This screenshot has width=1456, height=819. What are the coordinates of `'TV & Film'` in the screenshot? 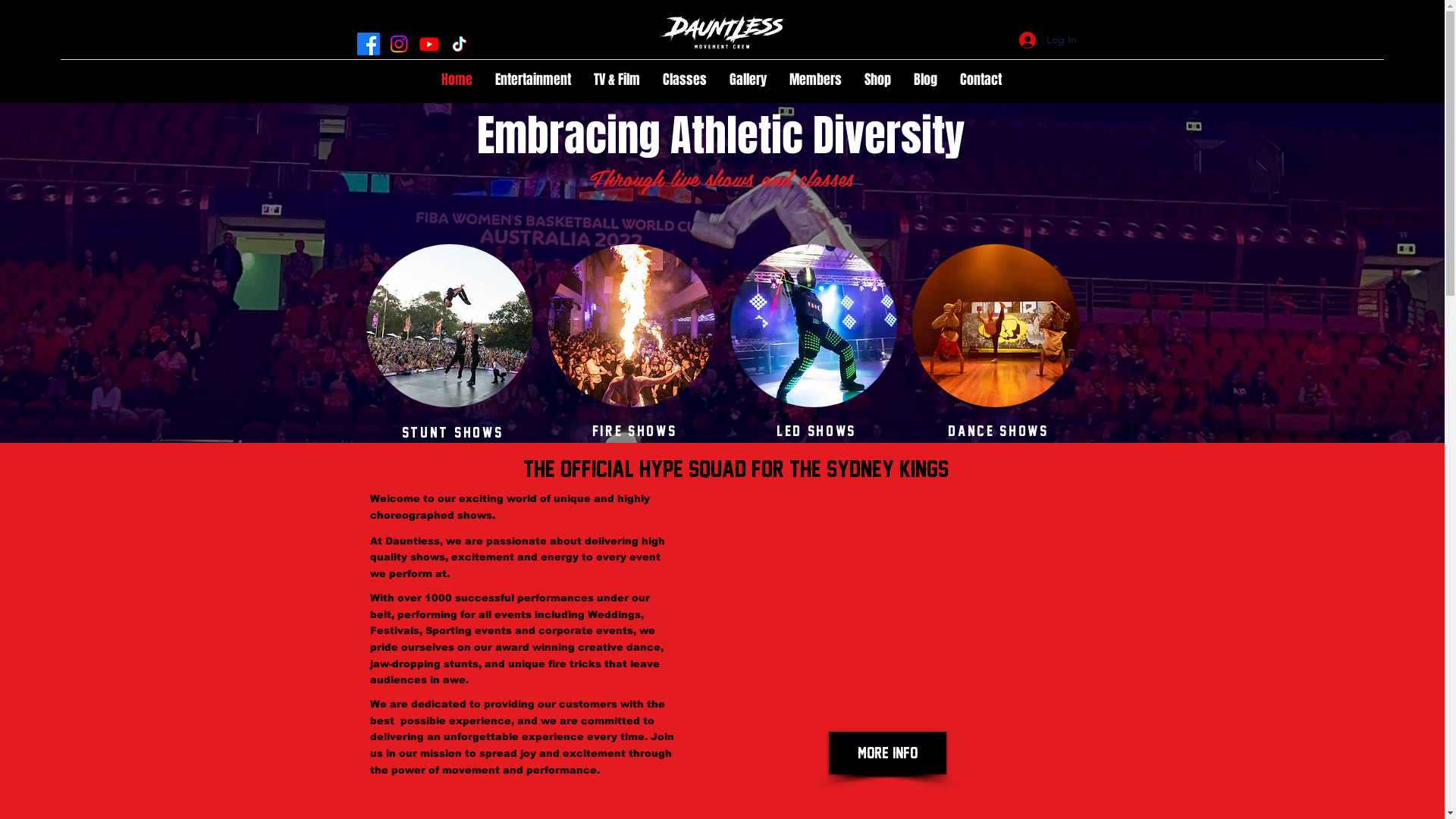 It's located at (617, 80).